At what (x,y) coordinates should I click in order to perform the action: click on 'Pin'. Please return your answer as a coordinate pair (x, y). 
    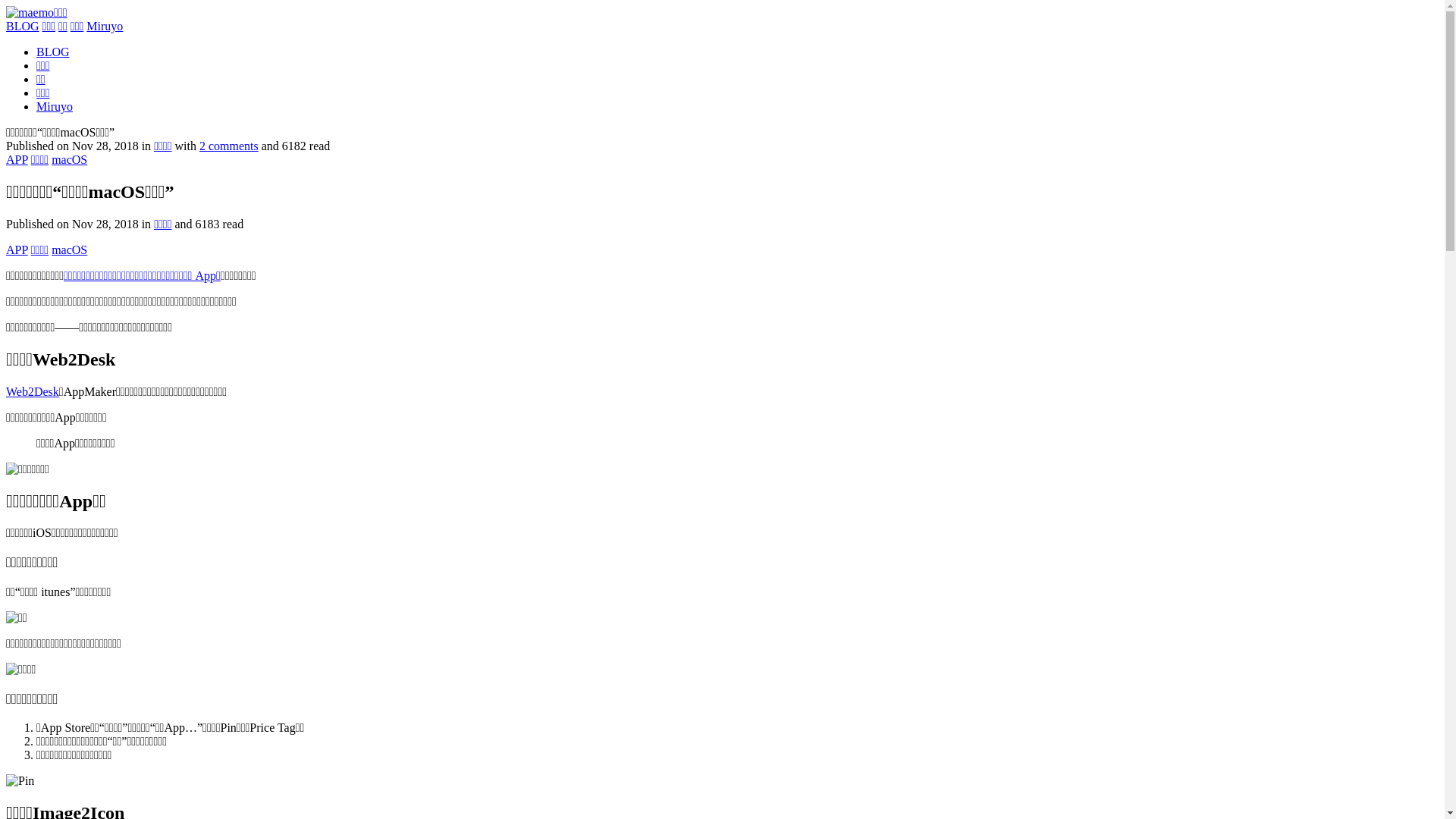
    Looking at the image, I should click on (6, 780).